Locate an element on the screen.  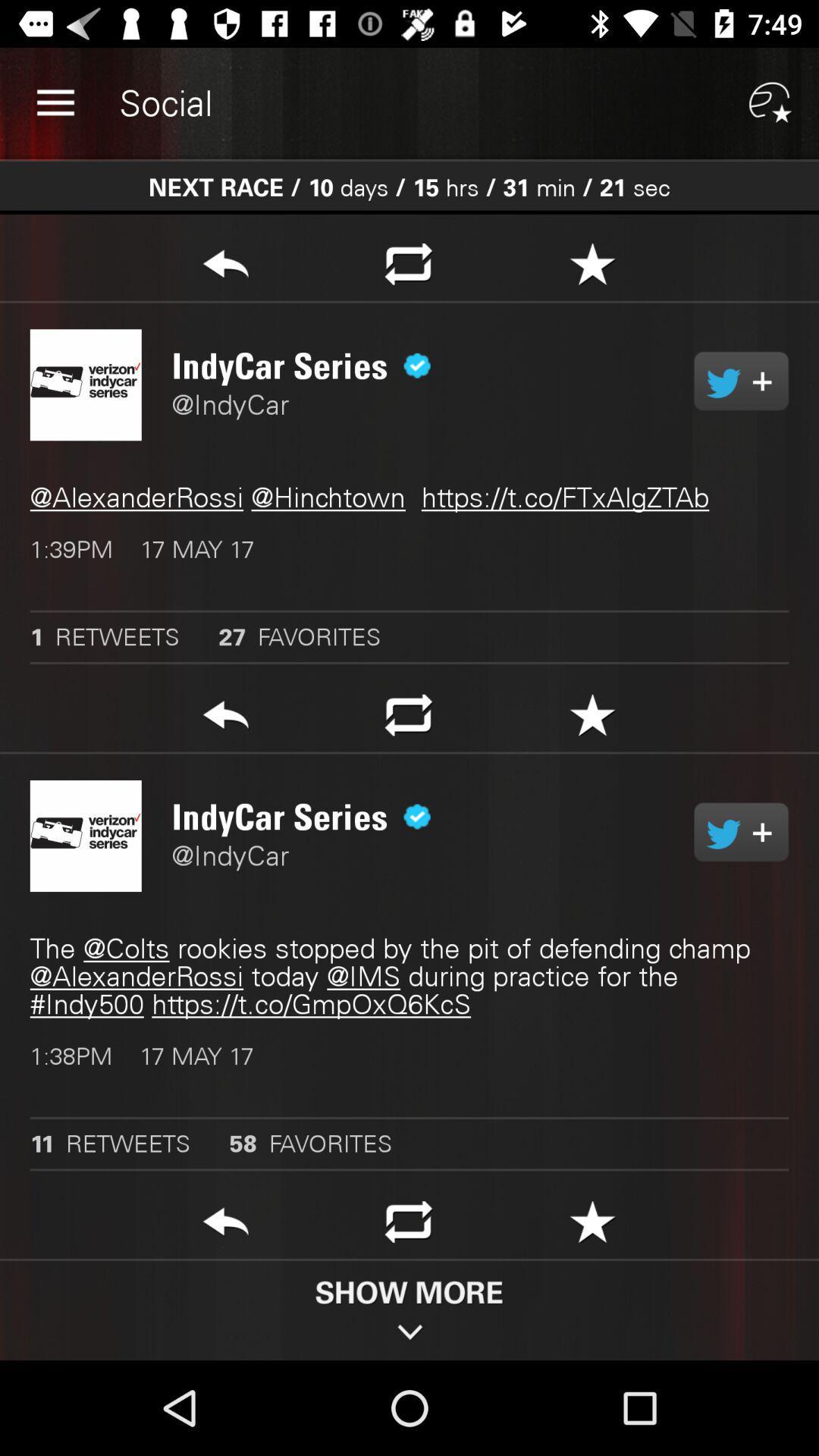
it is a special symbol is located at coordinates (591, 268).